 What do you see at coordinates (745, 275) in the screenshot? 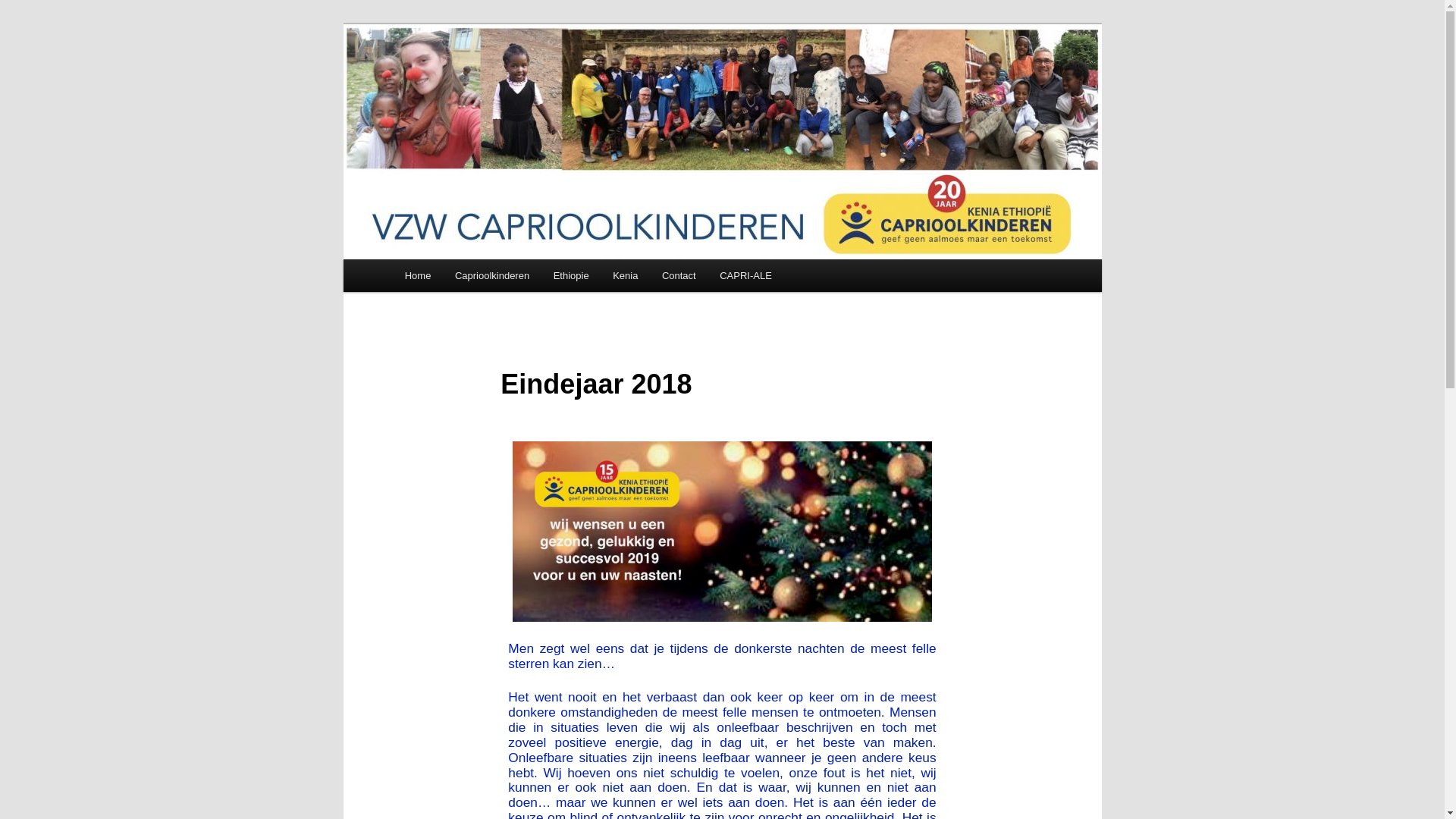
I see `'CAPRI-ALE'` at bounding box center [745, 275].